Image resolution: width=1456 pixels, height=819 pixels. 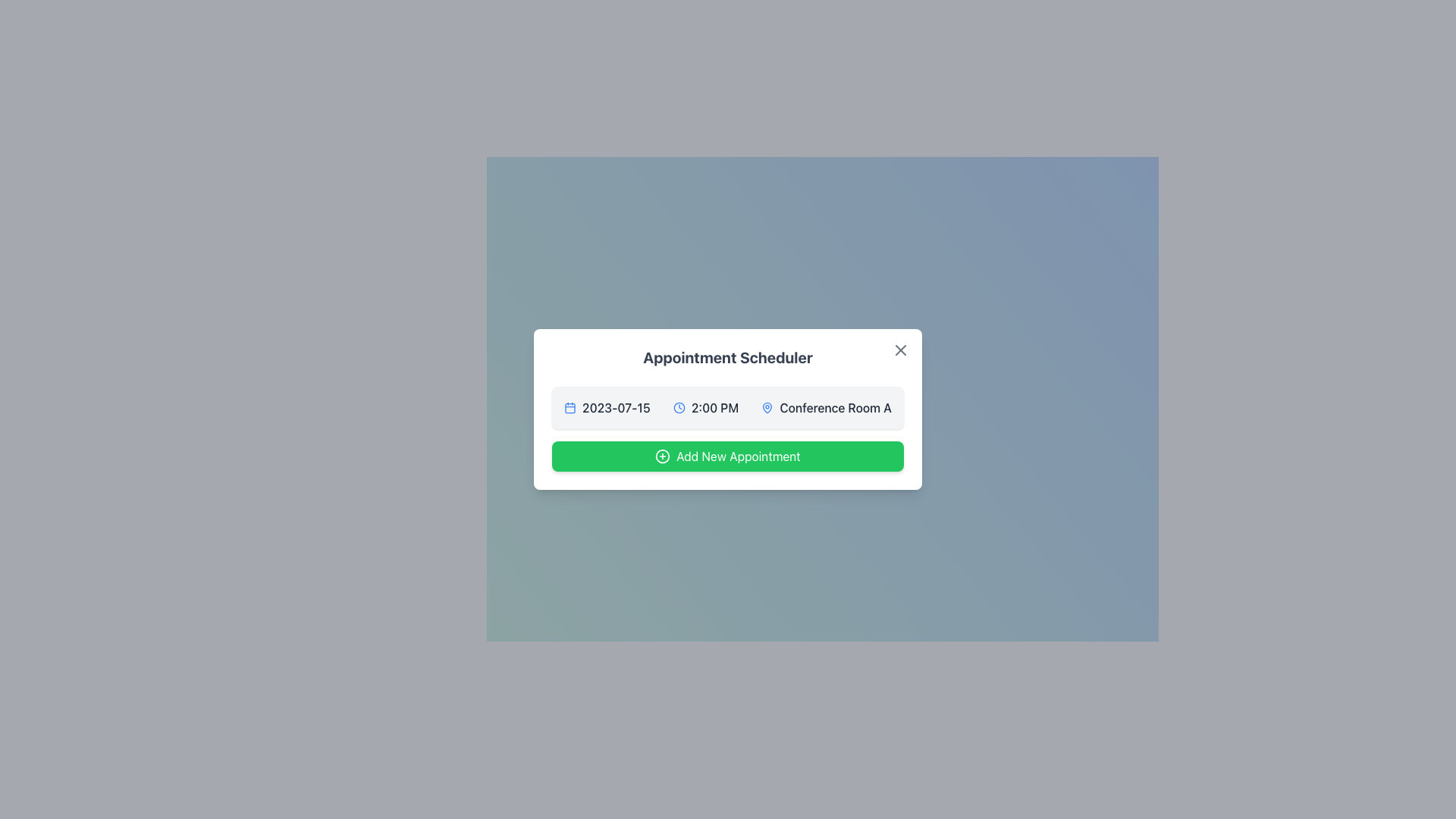 I want to click on the text label indicating the scheduled time for an appointment in the scheduler modal, so click(x=714, y=406).